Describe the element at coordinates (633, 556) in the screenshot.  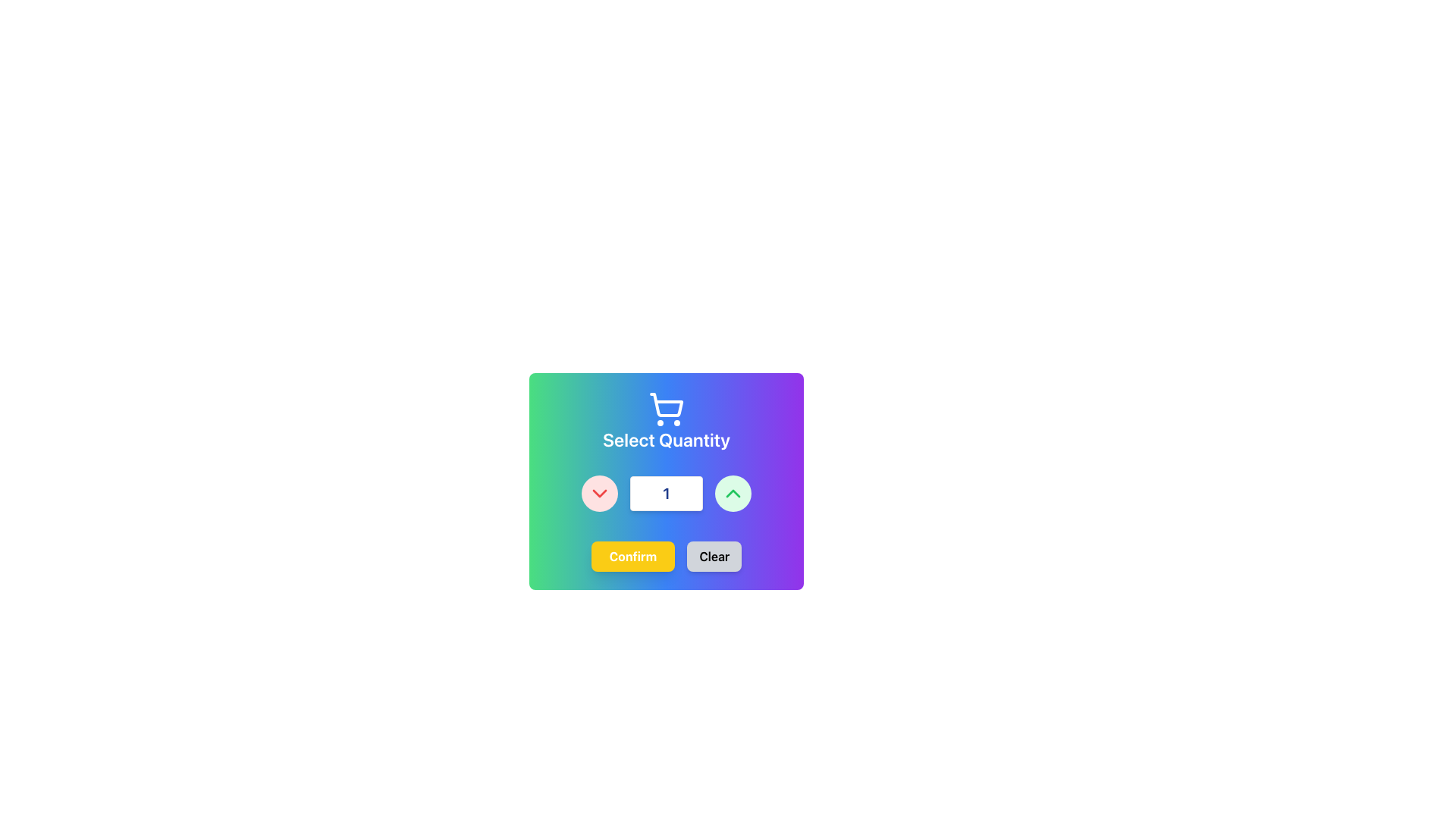
I see `the 'Confirm' button, which is a rectangular button with rounded corners, a yellow background, and bold white text, located at the bottom left of the button group` at that location.